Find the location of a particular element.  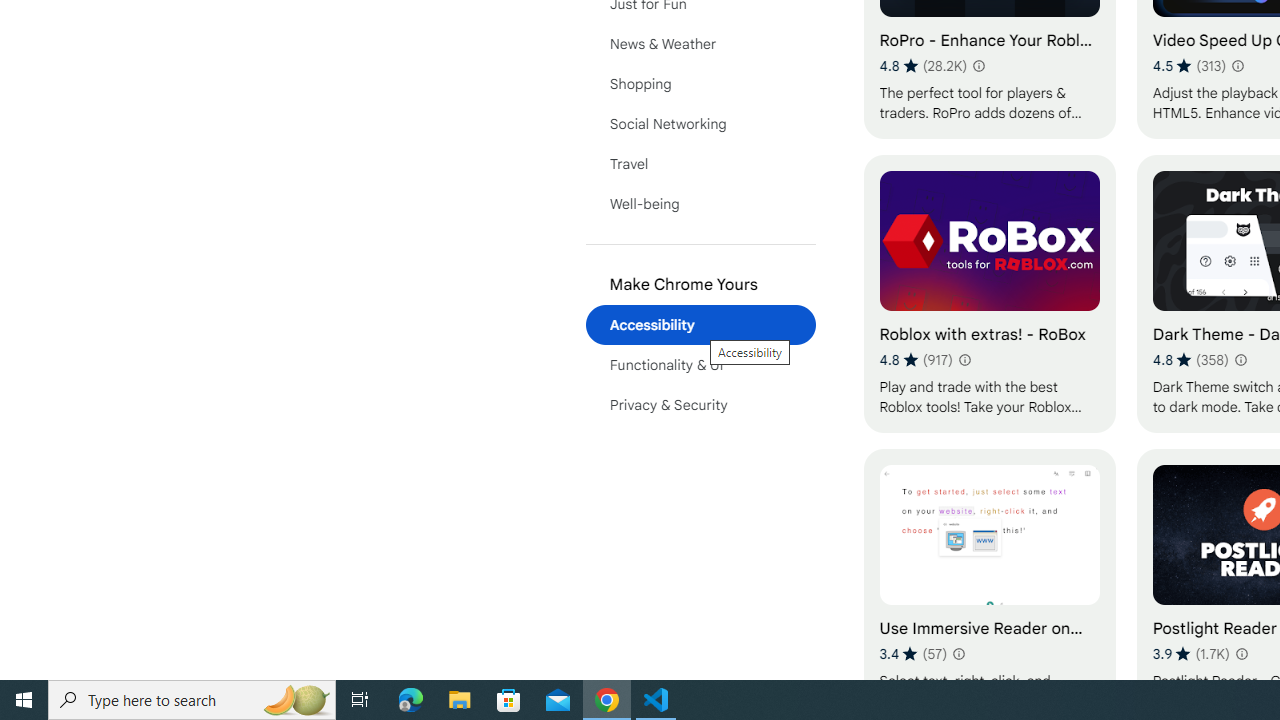

'Roblox with extras! - RoBox' is located at coordinates (989, 293).